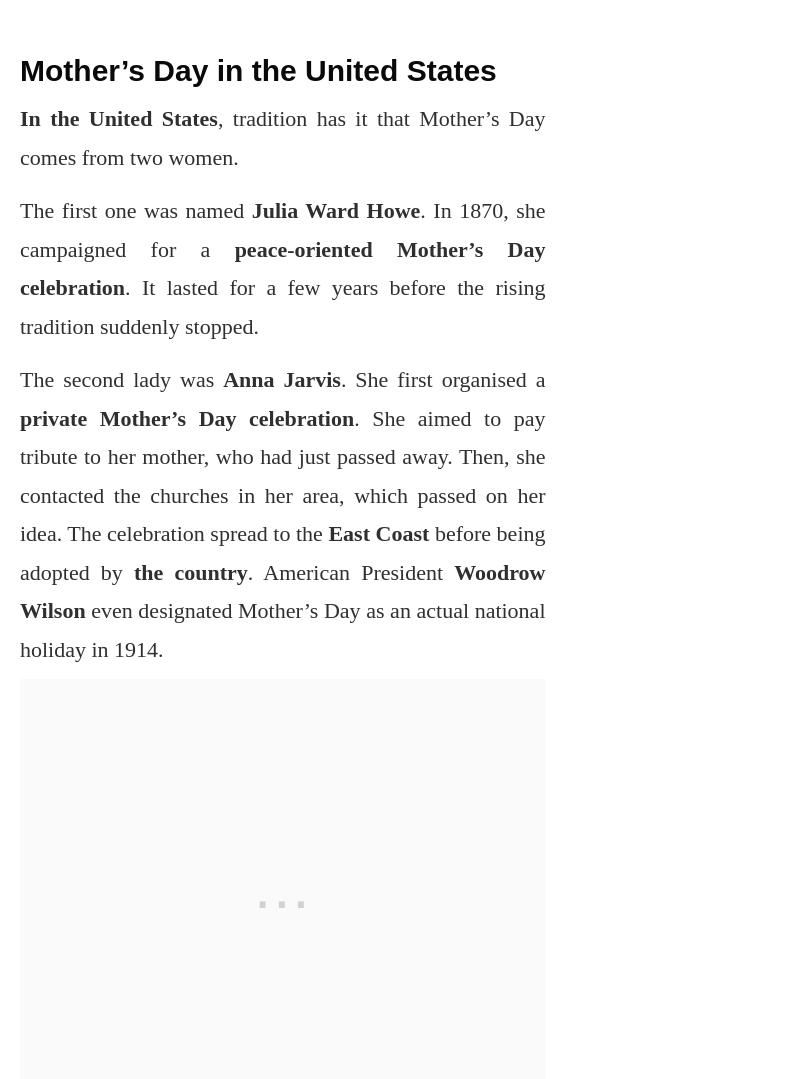  I want to click on 'Woodrow Wilson', so click(20, 590).